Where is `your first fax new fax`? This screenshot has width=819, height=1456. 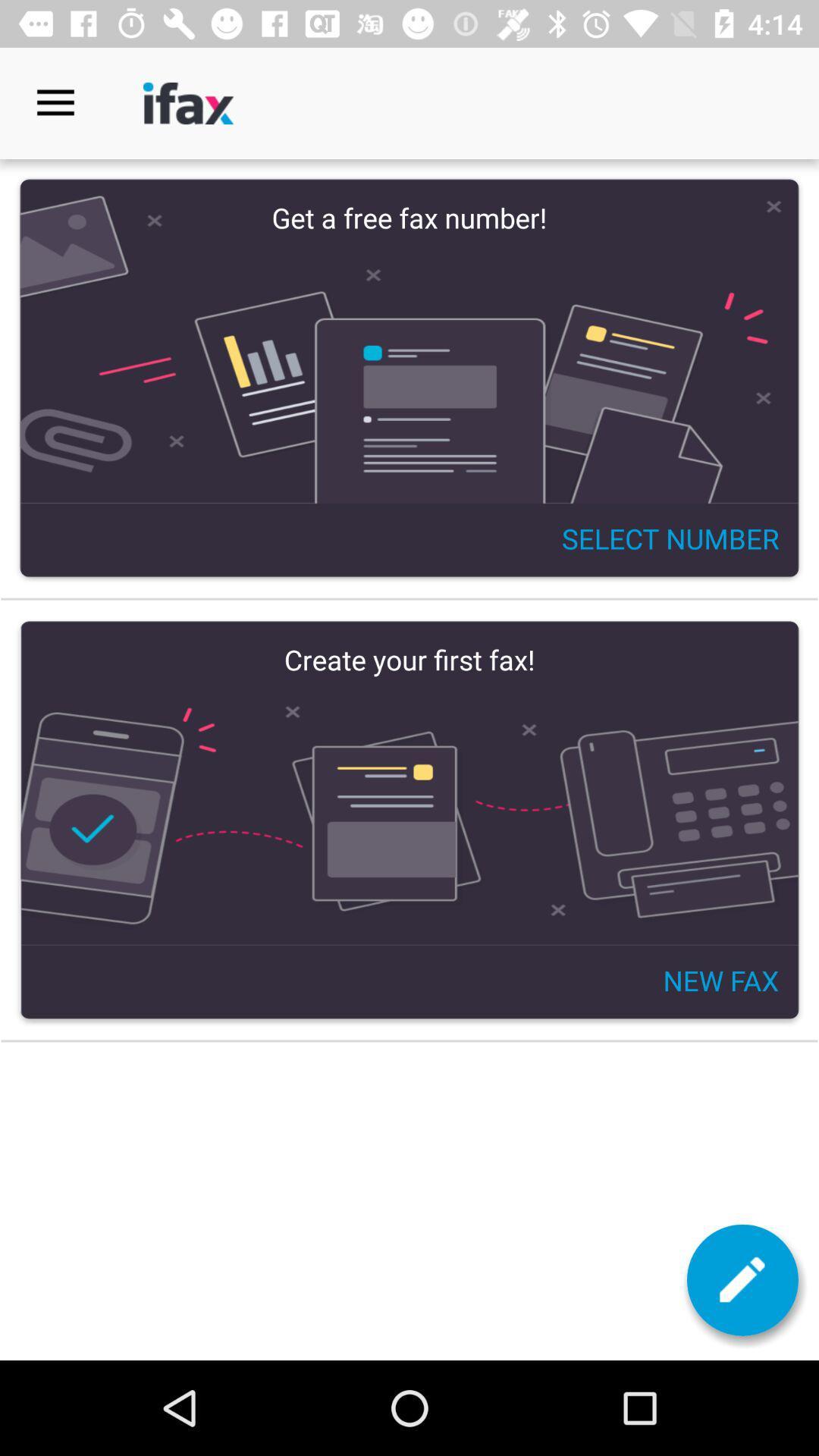 your first fax new fax is located at coordinates (409, 819).